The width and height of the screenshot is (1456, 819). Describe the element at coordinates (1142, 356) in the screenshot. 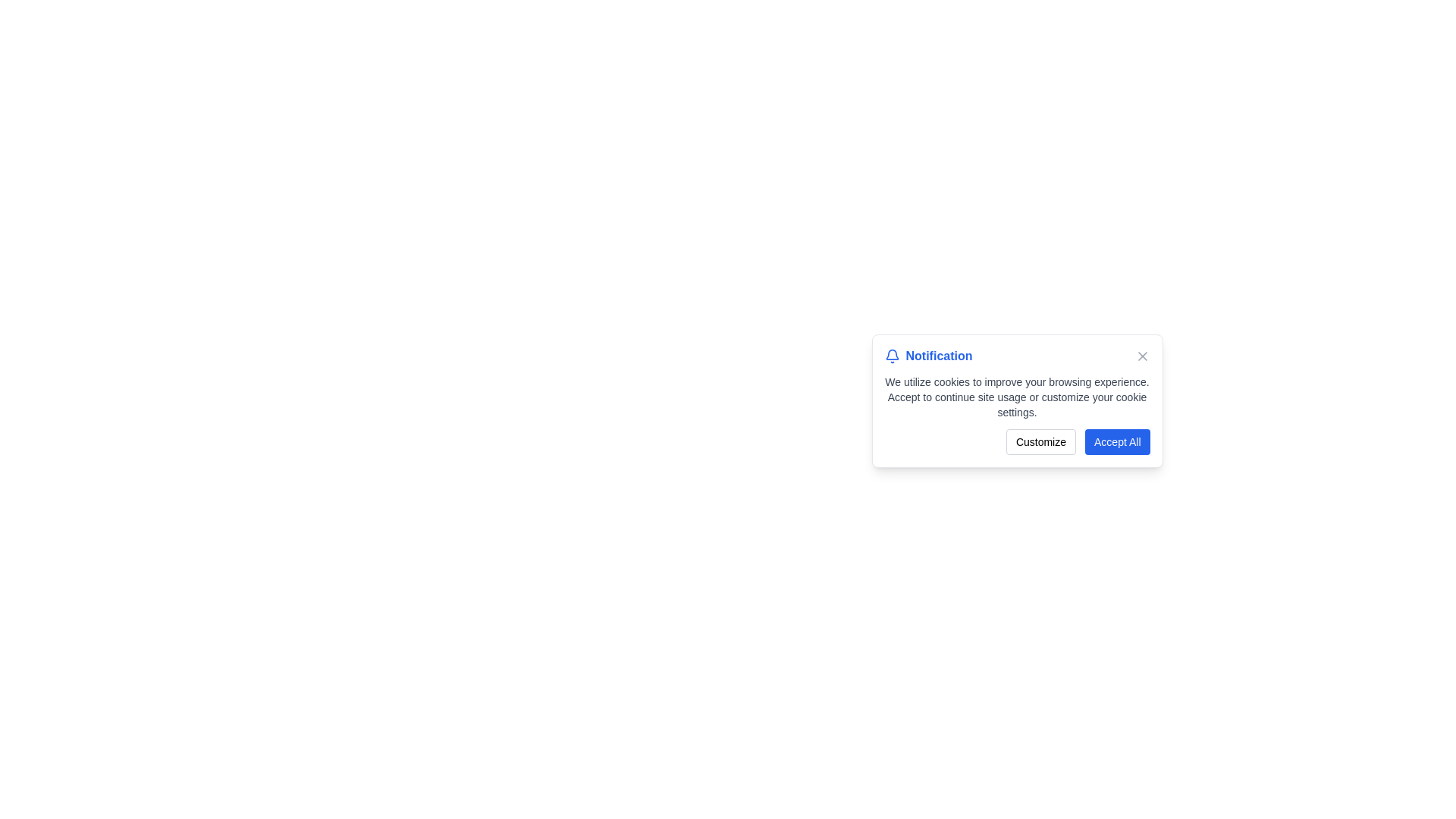

I see `the close button located at the rightmost side of the header bar containing the 'Notification' text` at that location.